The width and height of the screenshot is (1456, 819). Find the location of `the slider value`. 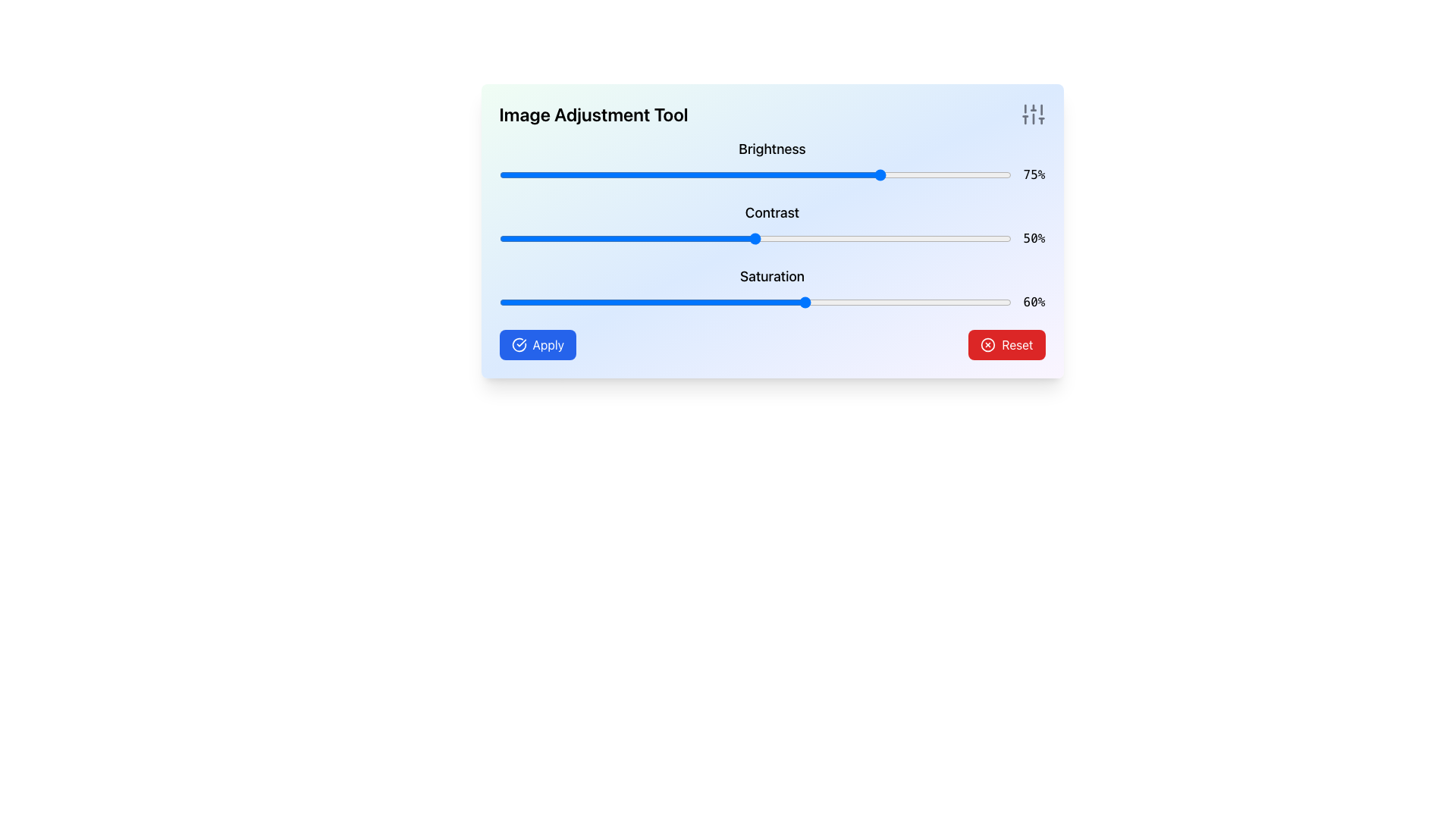

the slider value is located at coordinates (805, 302).